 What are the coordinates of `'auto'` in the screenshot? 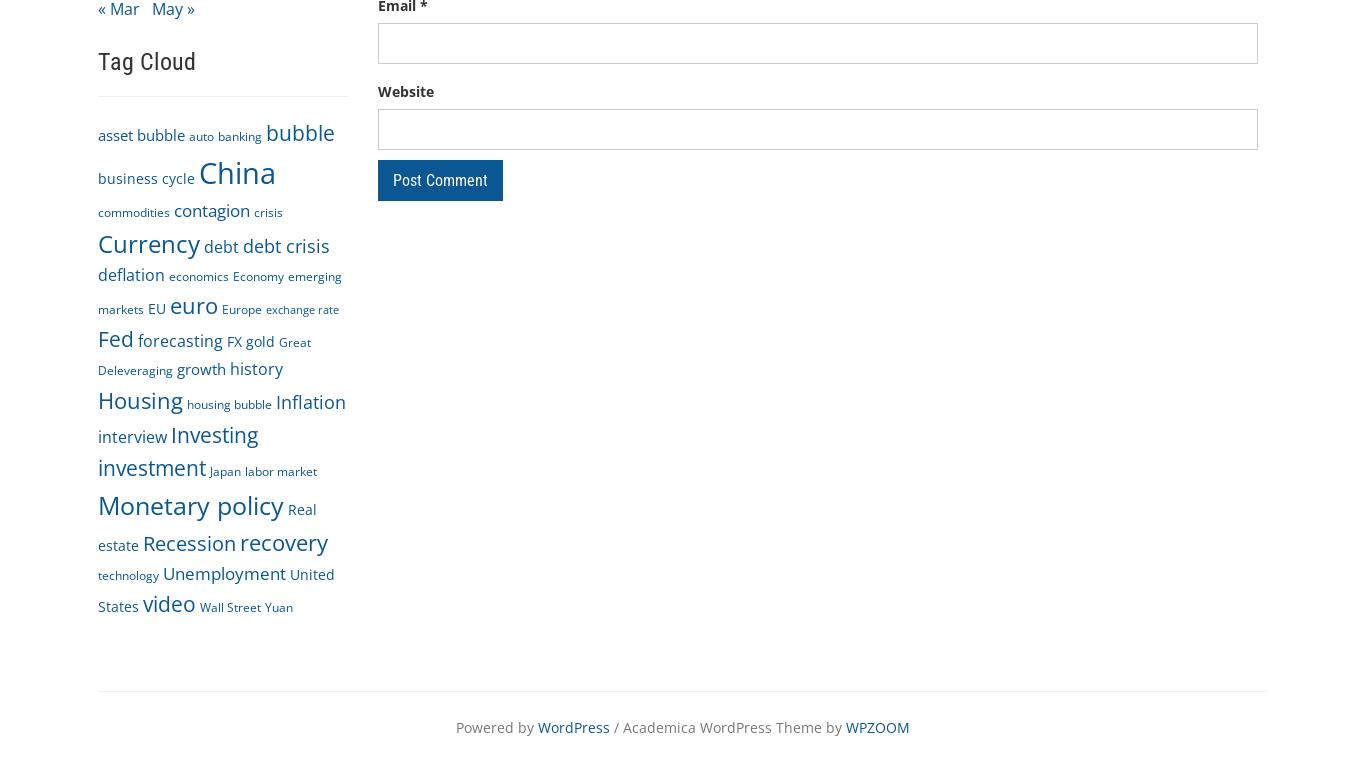 It's located at (200, 135).